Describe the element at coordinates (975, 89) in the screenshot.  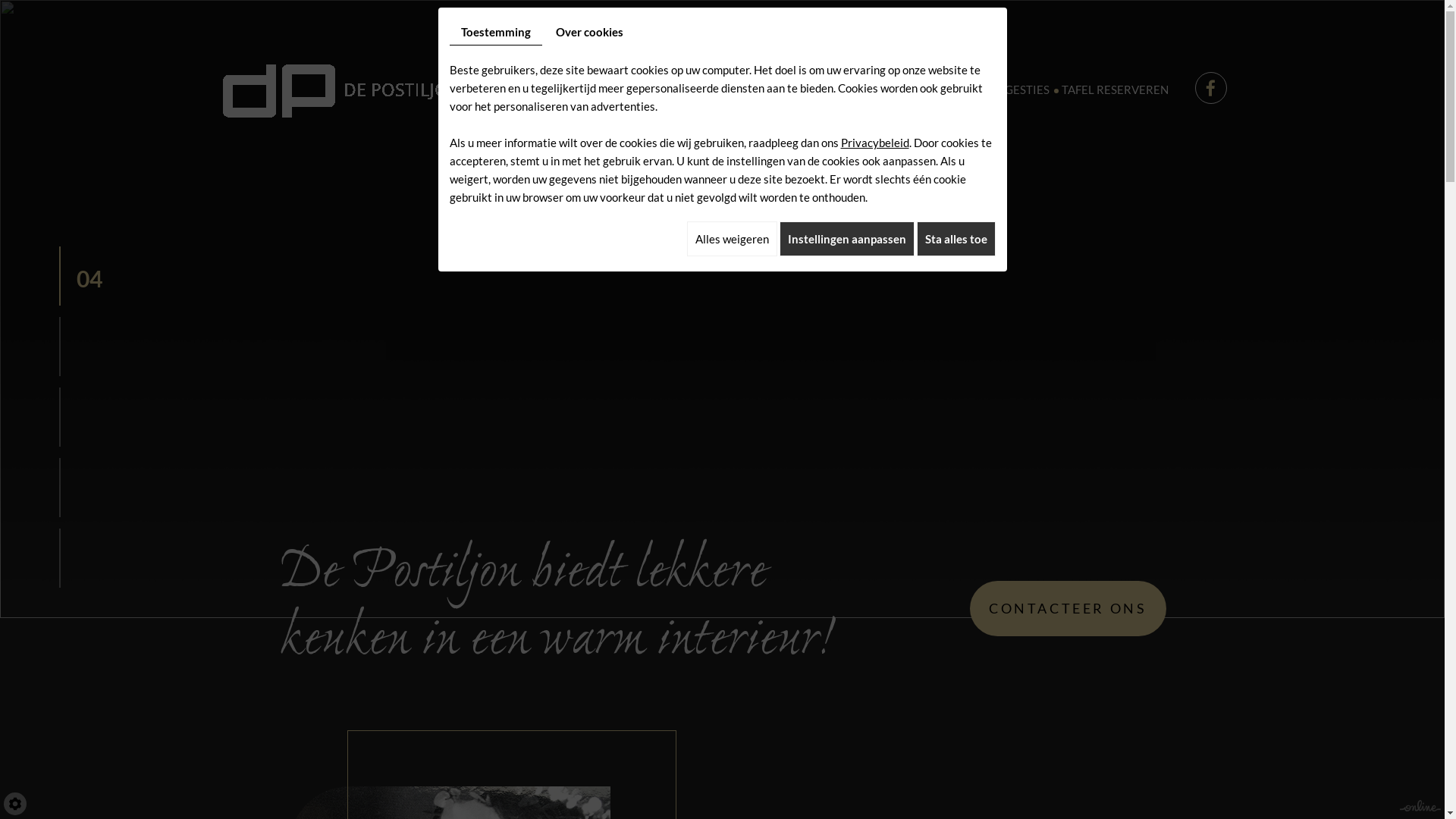
I see `'SUGGESTIES'` at that location.